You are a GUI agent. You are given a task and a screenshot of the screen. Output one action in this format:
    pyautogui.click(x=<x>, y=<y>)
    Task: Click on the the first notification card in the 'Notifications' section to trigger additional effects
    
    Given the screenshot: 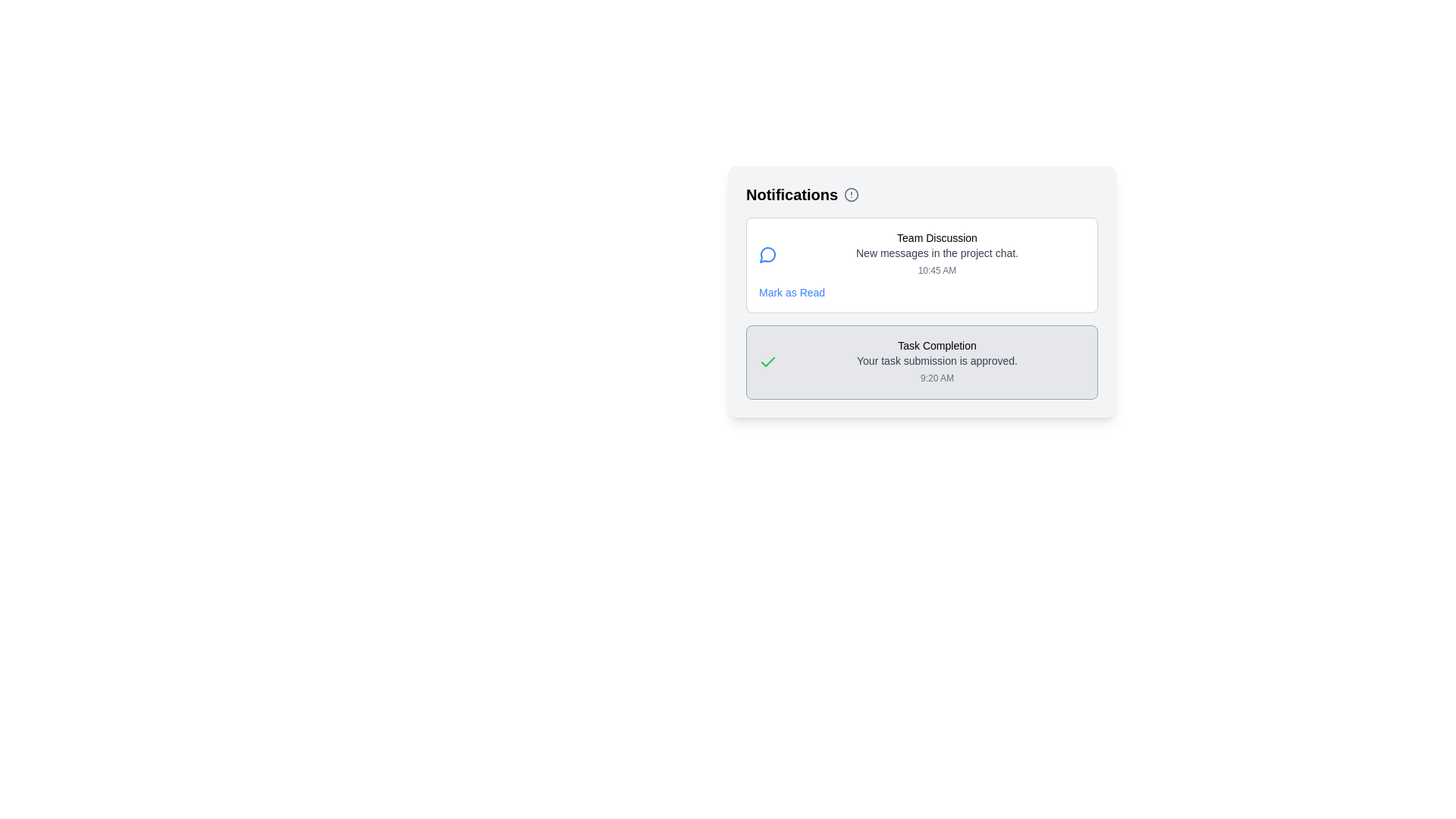 What is the action you would take?
    pyautogui.click(x=921, y=265)
    